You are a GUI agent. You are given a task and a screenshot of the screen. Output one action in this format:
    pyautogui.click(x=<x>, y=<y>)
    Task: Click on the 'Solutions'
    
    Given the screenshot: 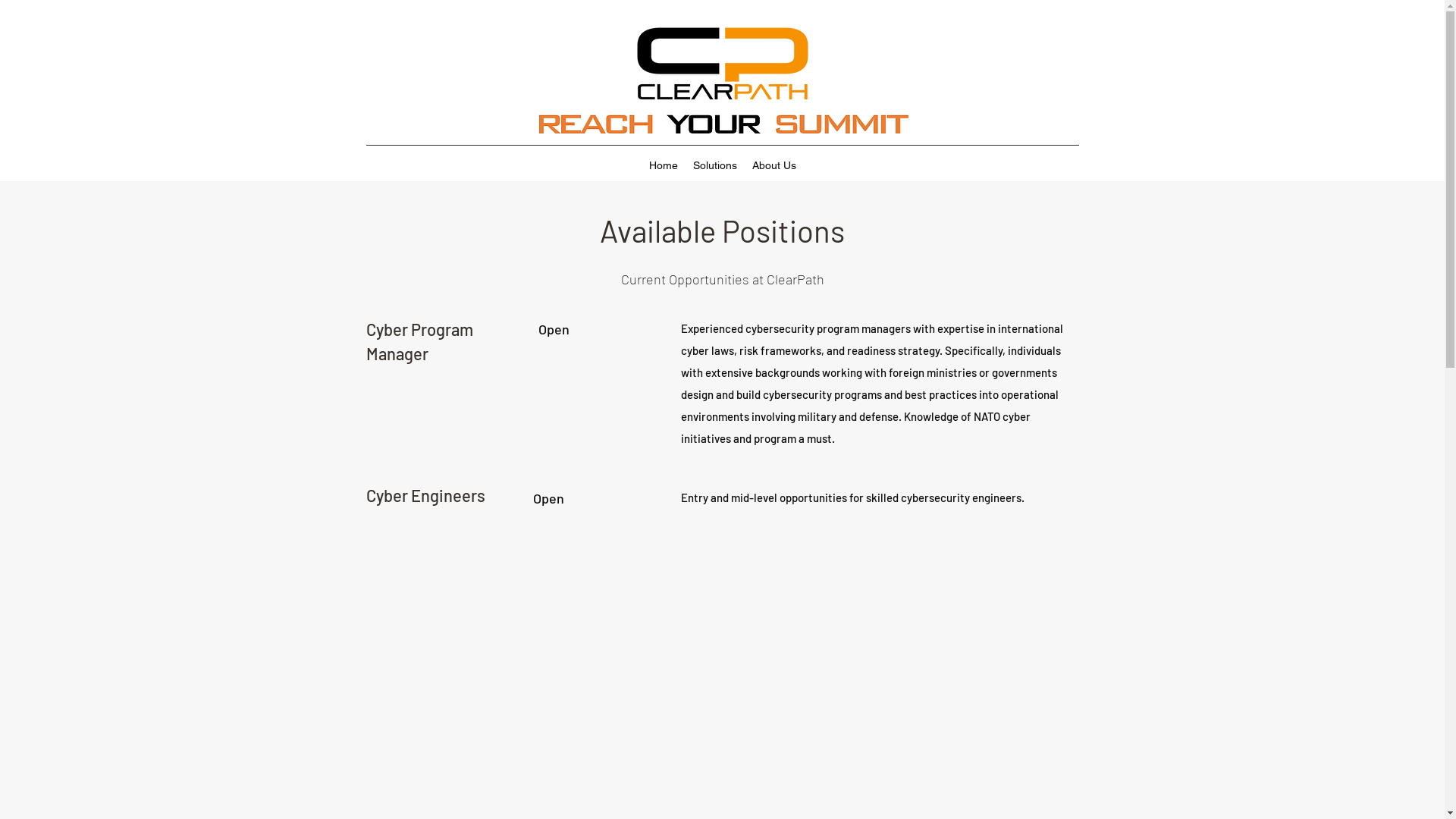 What is the action you would take?
    pyautogui.click(x=714, y=165)
    